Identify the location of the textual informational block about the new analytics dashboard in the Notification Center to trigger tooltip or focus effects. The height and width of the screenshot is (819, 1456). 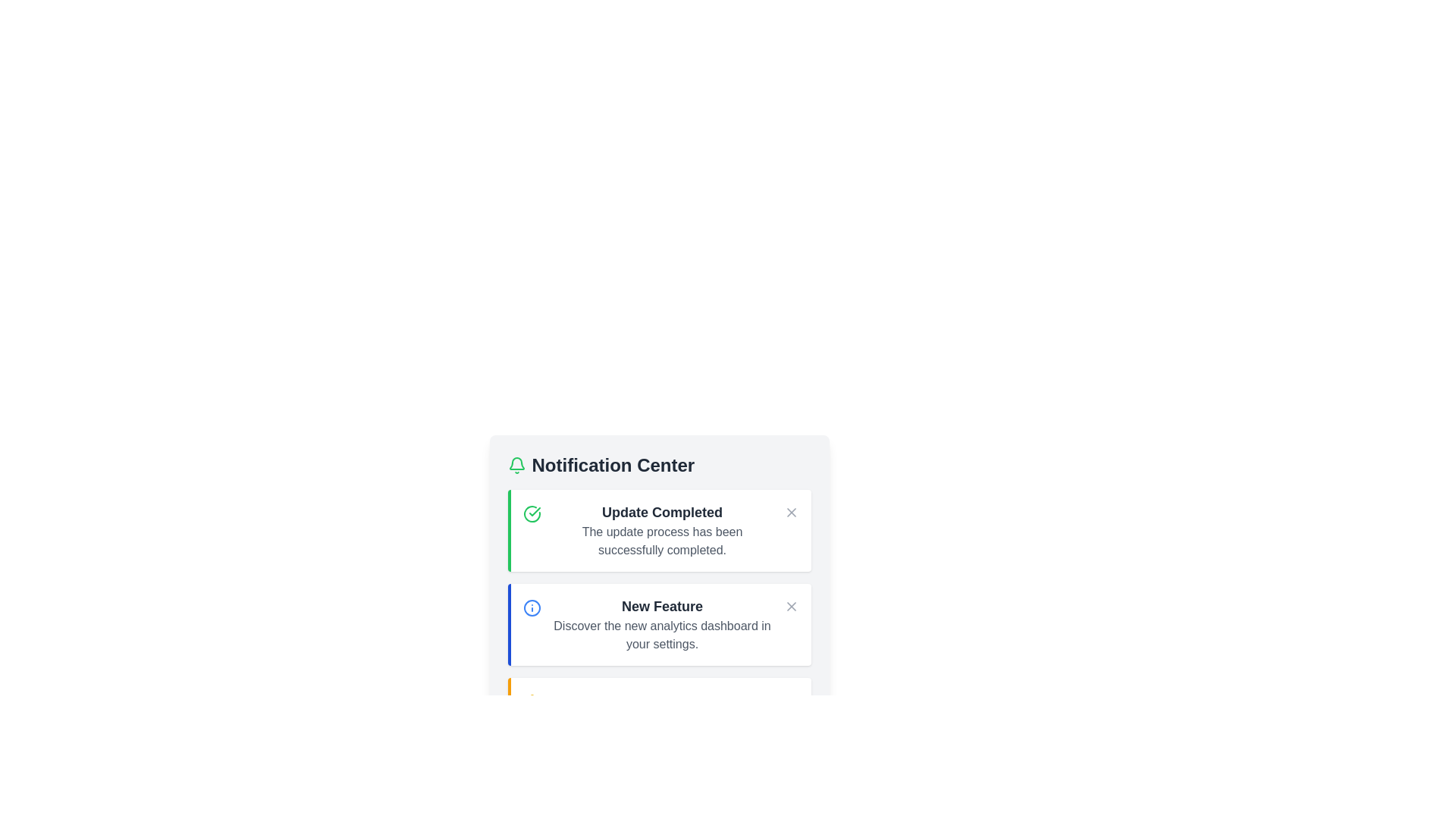
(662, 625).